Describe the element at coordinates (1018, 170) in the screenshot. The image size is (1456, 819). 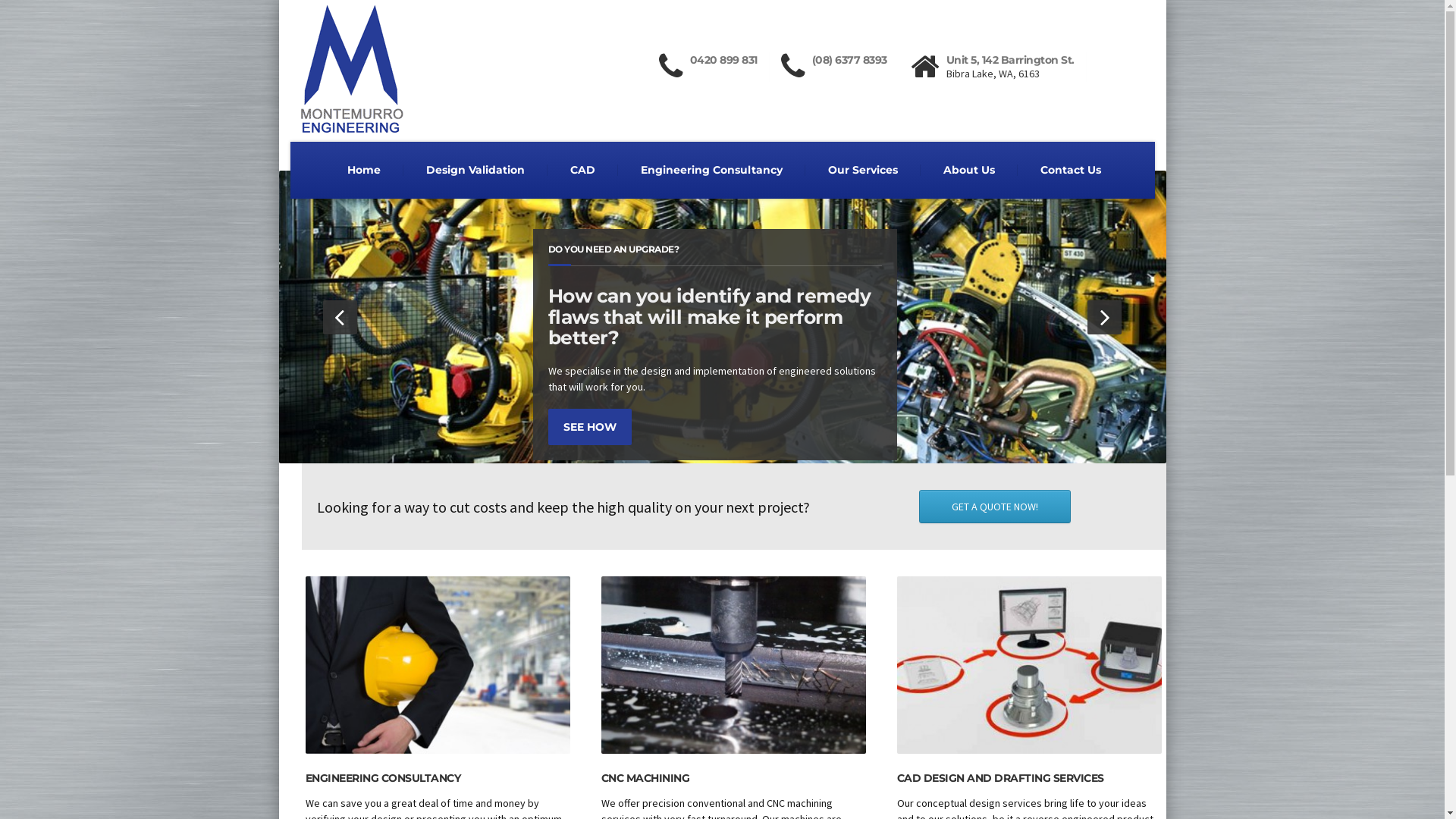
I see `'Contact Us'` at that location.